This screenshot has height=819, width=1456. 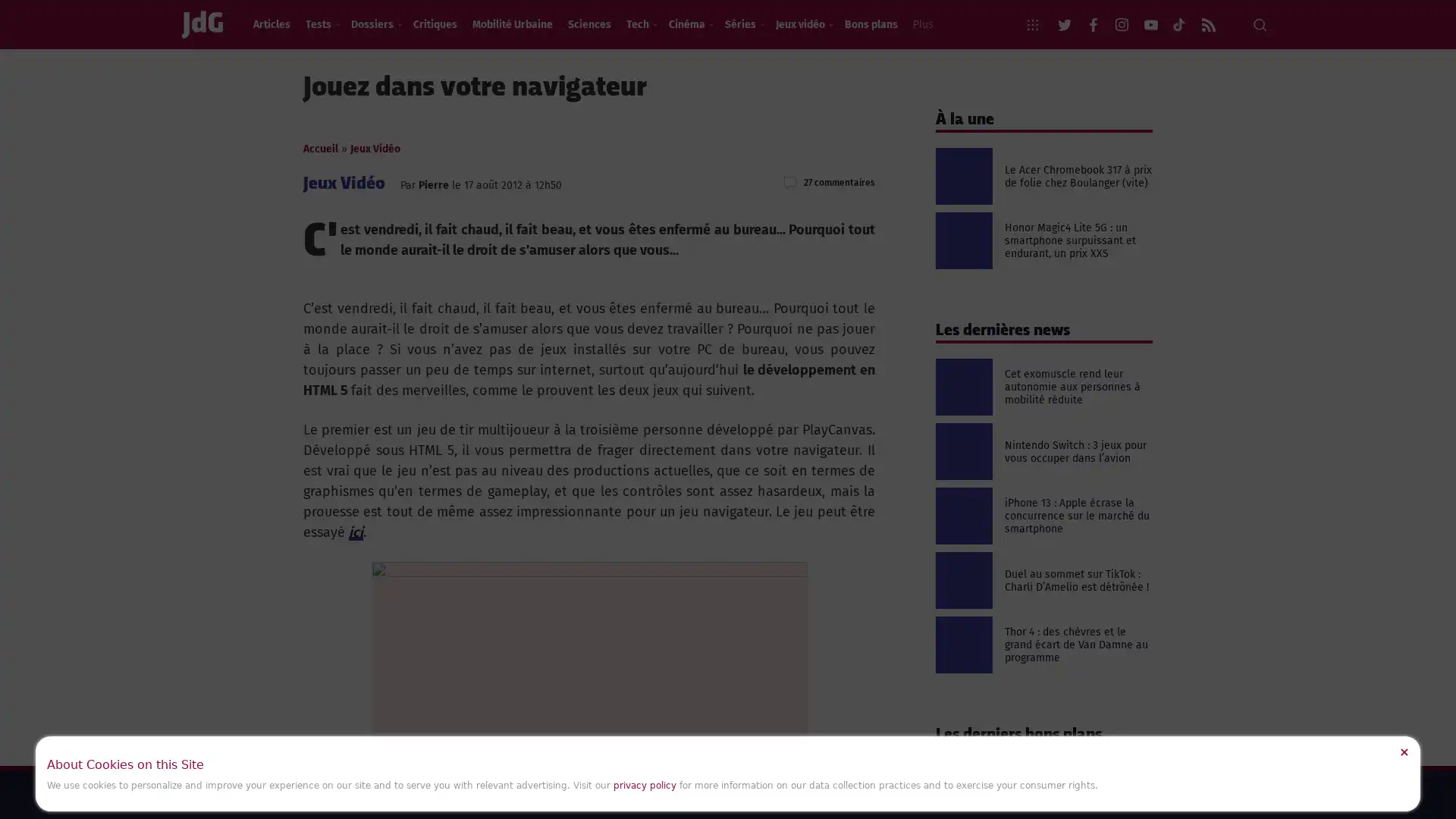 I want to click on flickr, so click(x=1178, y=24).